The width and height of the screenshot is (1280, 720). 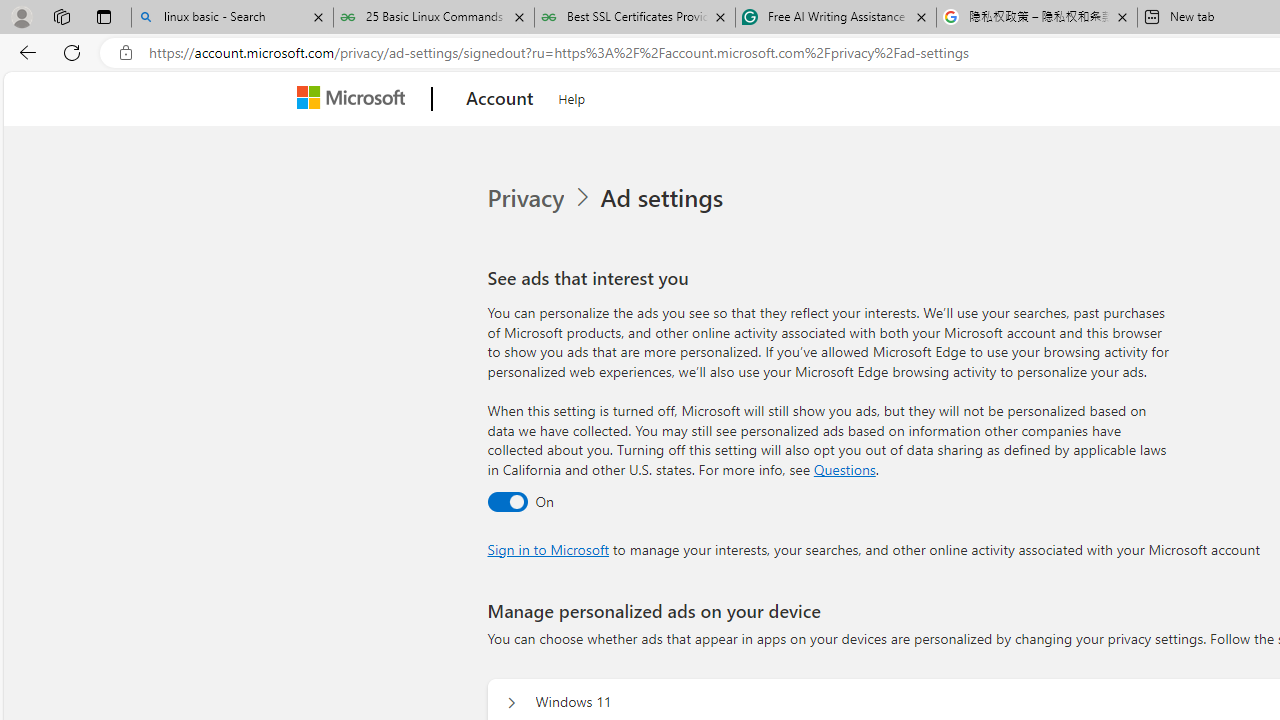 I want to click on 'Account', so click(x=499, y=99).